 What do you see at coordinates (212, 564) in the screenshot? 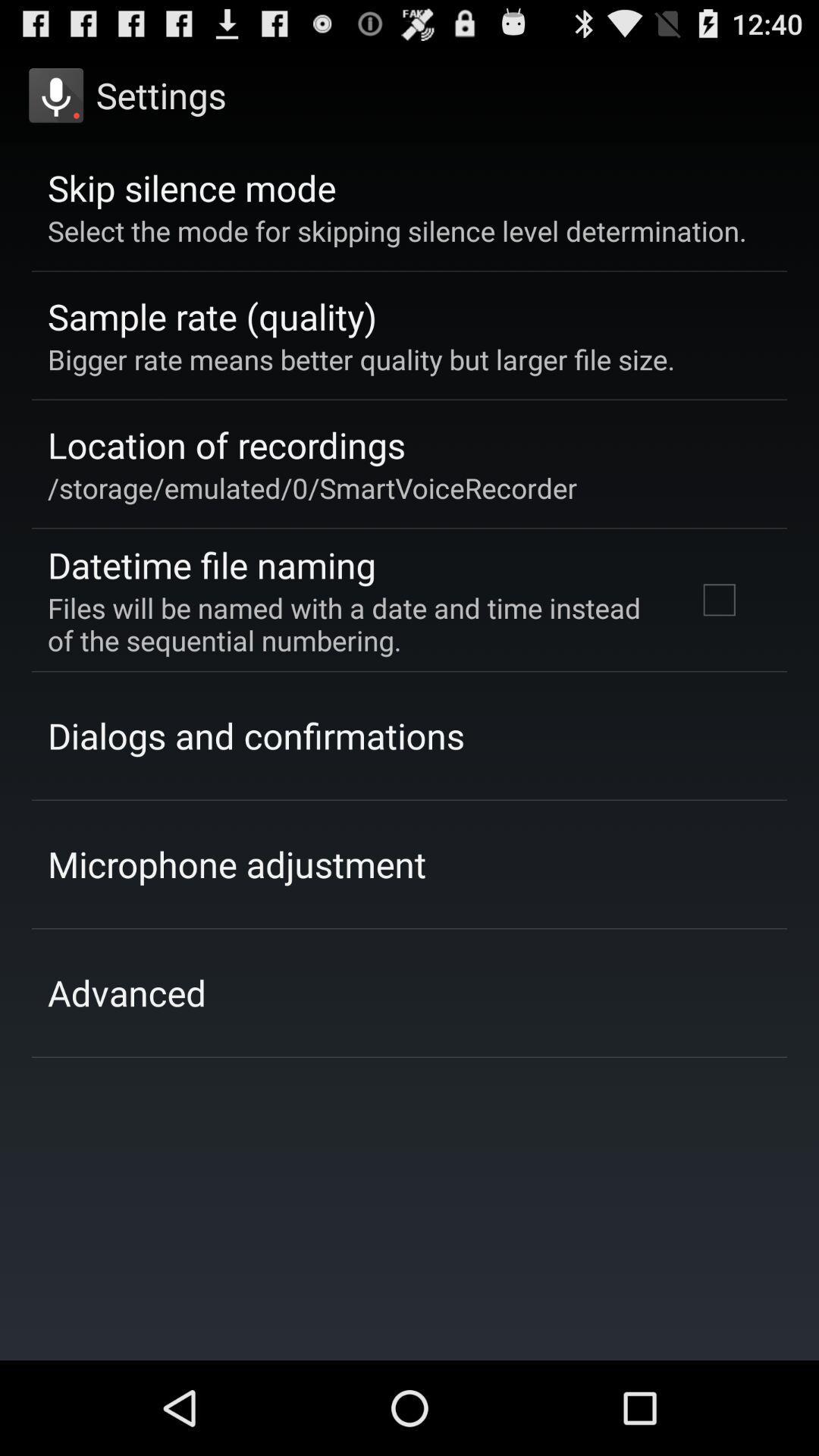
I see `datetime file naming icon` at bounding box center [212, 564].